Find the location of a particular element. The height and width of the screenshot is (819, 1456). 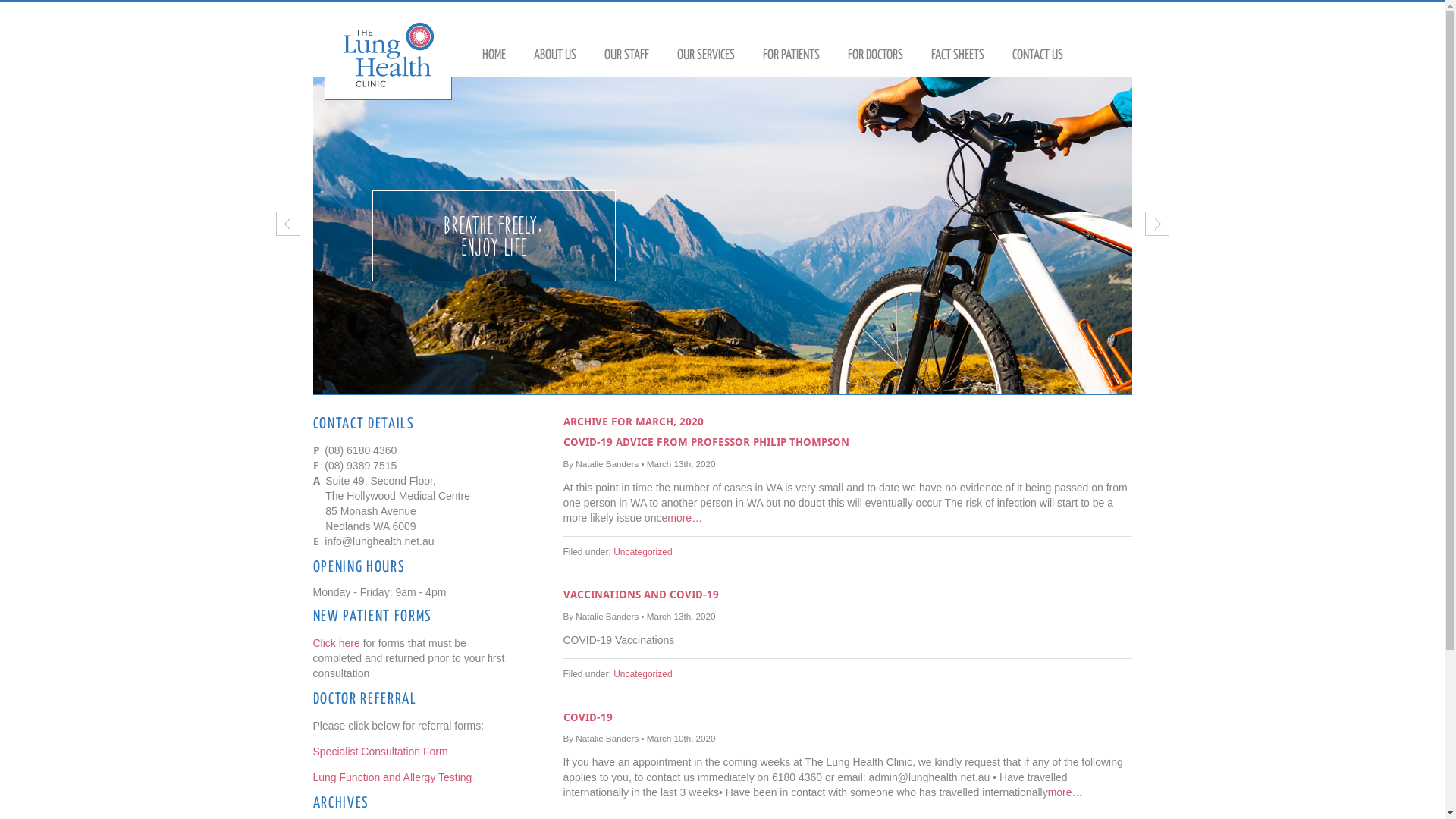

'Lung Function and Allergy Testing' is located at coordinates (312, 777).